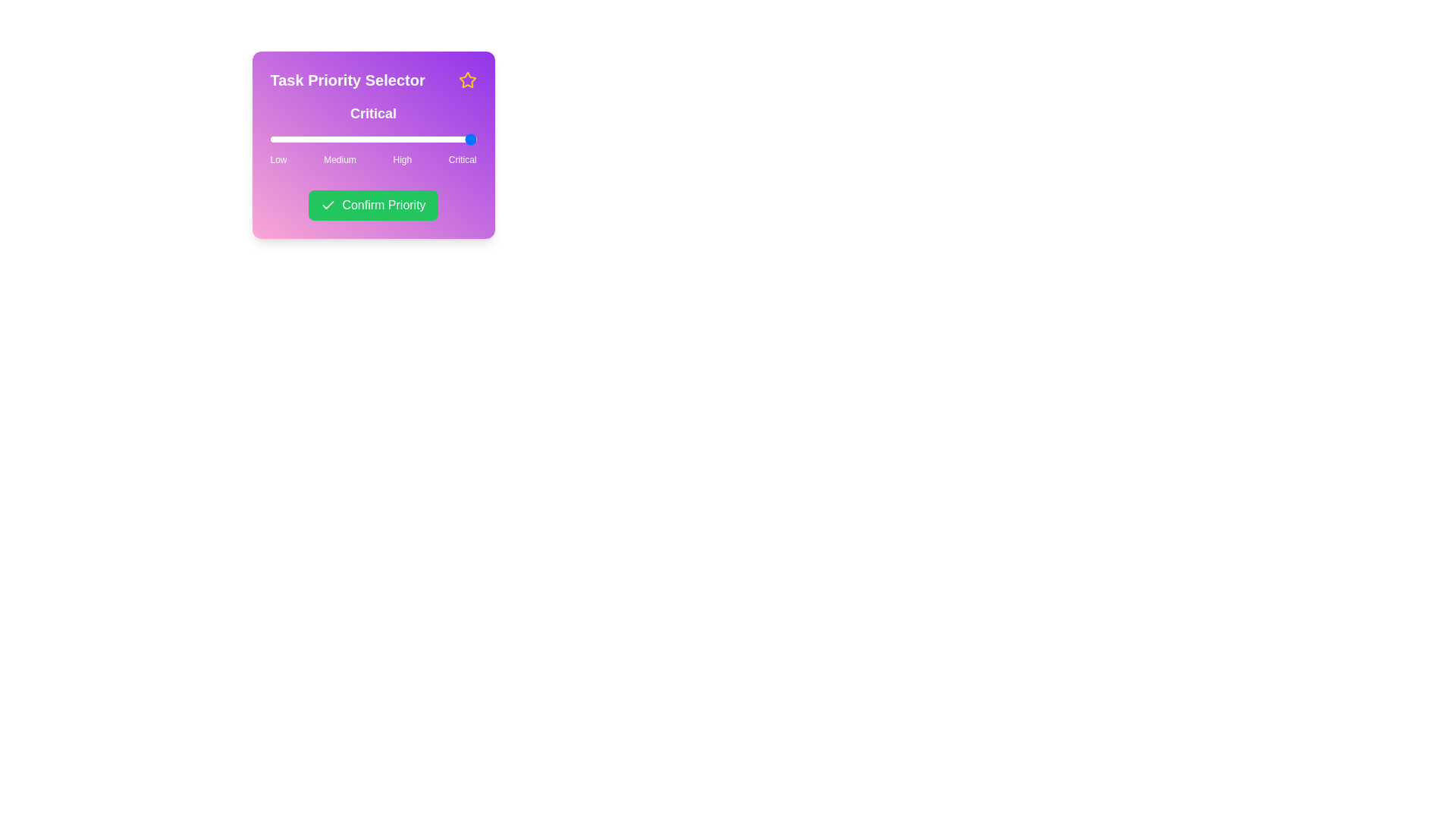 This screenshot has width=1456, height=819. I want to click on the bold textual label 'Task Priority Selector' which is styled with a white font on a vivid purple gradient background, so click(347, 80).